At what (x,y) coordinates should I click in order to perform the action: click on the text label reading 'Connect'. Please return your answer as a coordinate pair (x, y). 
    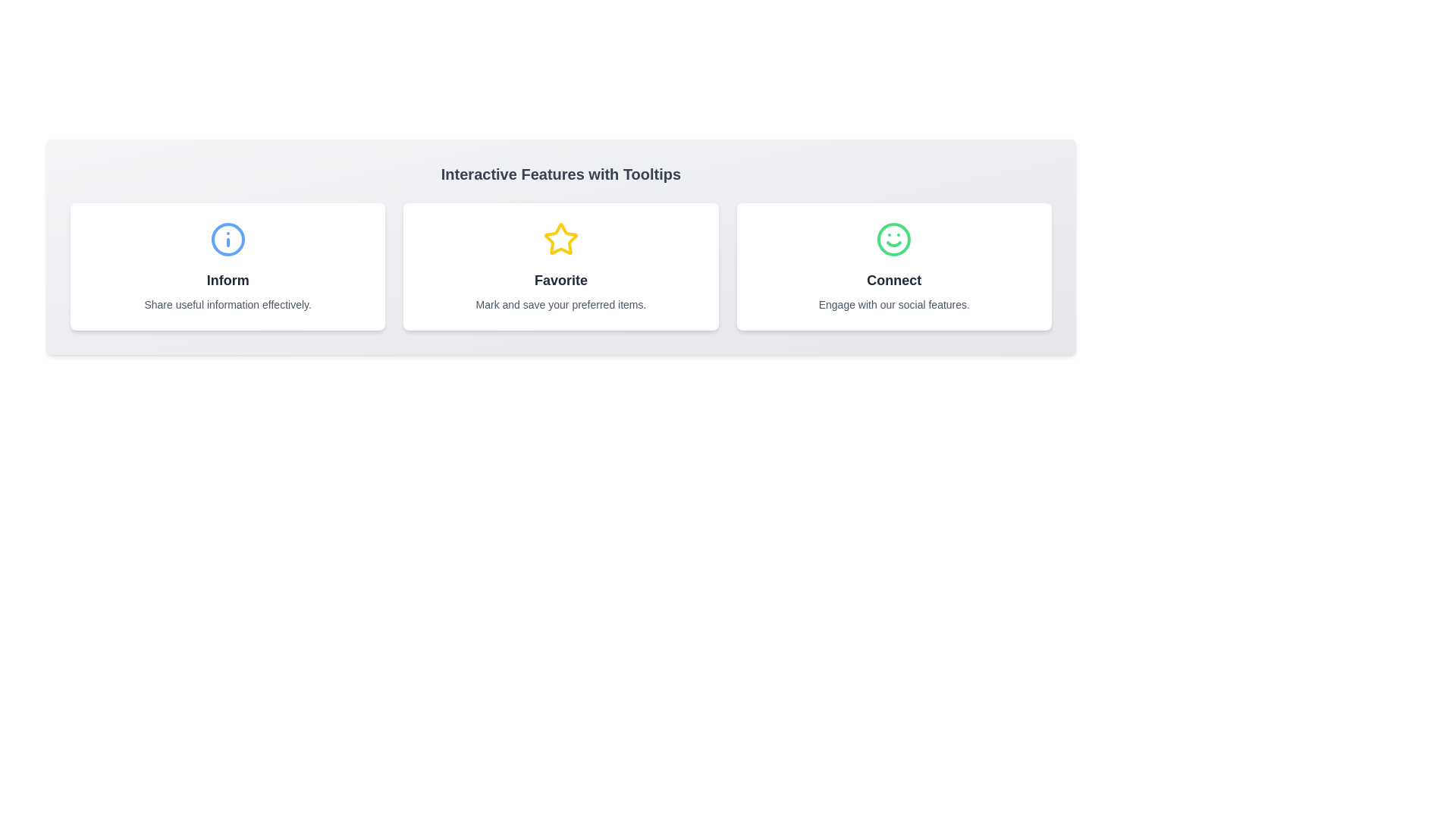
    Looking at the image, I should click on (894, 281).